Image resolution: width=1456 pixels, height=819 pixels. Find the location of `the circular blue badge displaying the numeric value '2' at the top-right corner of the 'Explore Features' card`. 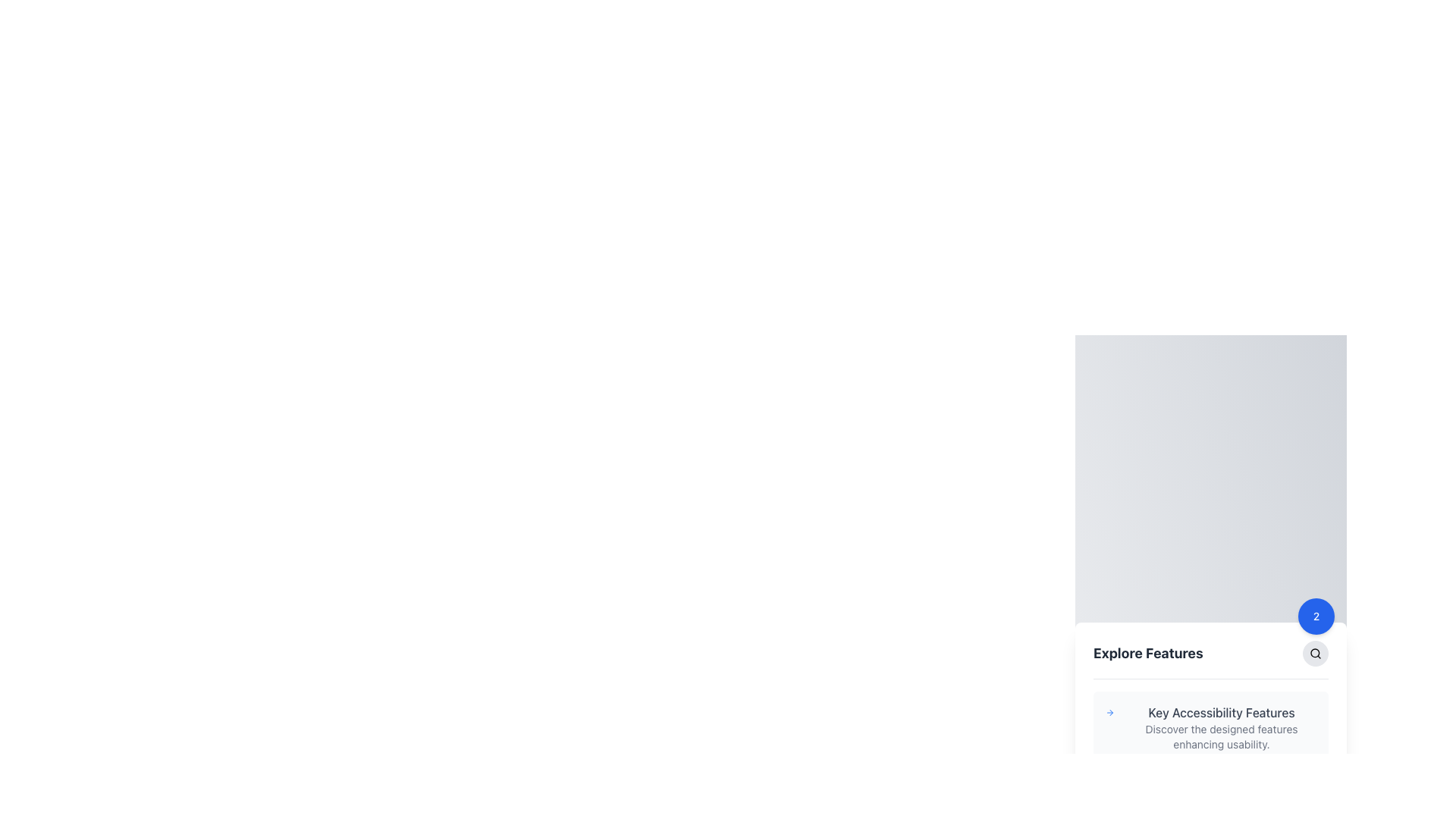

the circular blue badge displaying the numeric value '2' at the top-right corner of the 'Explore Features' card is located at coordinates (1316, 616).